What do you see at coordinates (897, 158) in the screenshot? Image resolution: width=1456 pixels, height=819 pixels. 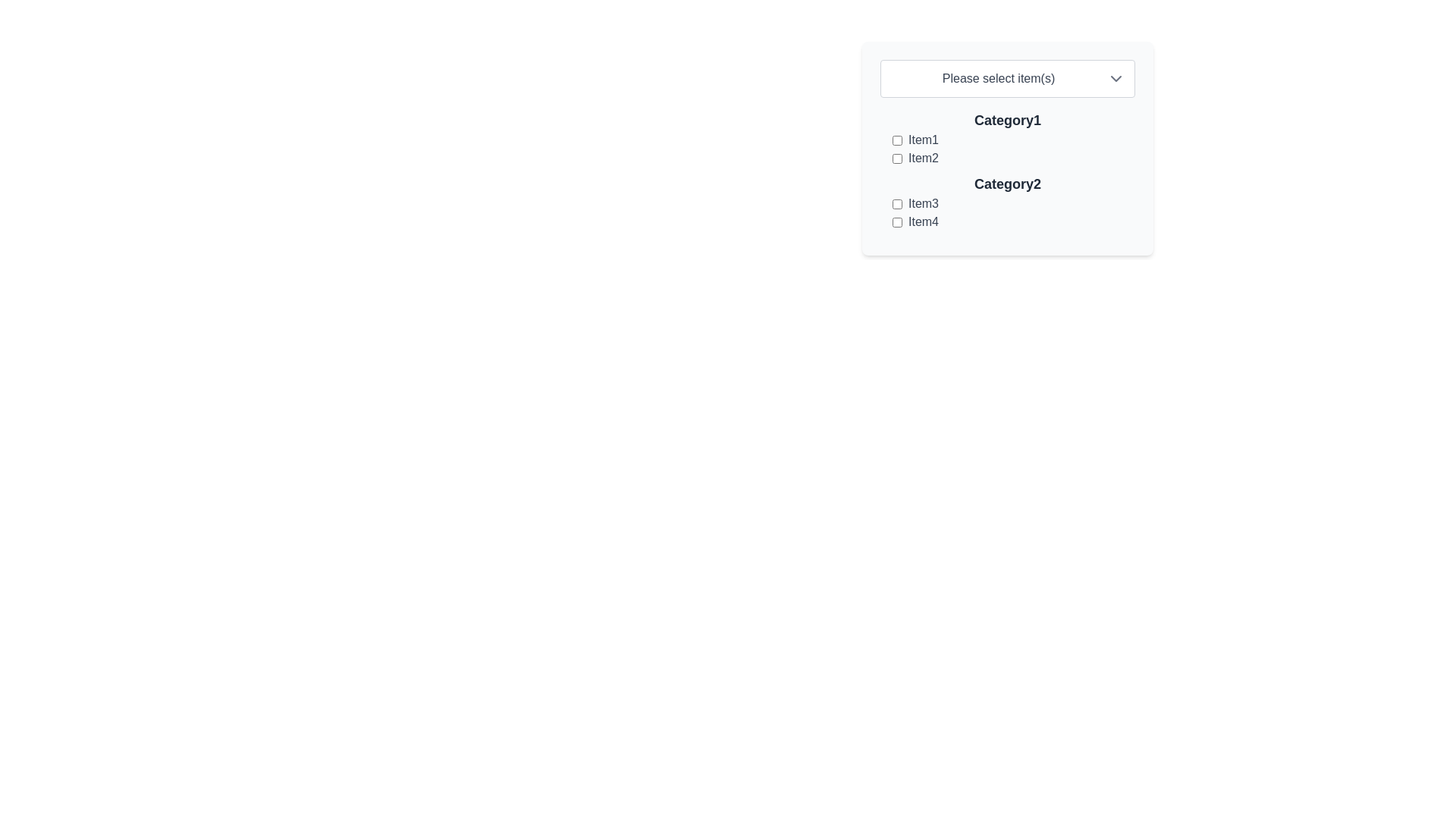 I see `the checkbox that enables the selection of 'Item2', located to the left of the text label within the second row of items in the 'Category1' section` at bounding box center [897, 158].